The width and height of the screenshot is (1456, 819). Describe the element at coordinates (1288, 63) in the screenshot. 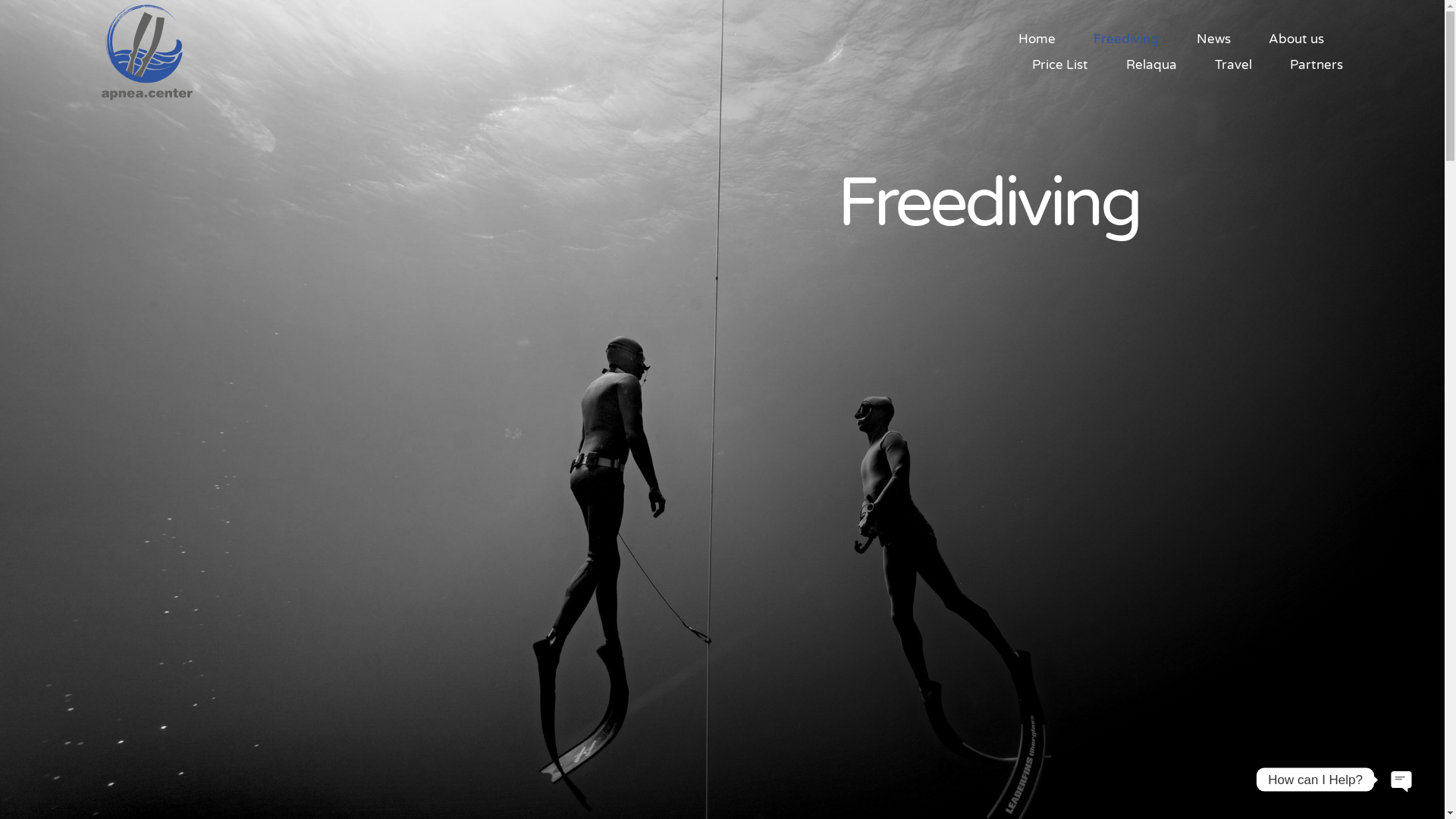

I see `'Partners'` at that location.